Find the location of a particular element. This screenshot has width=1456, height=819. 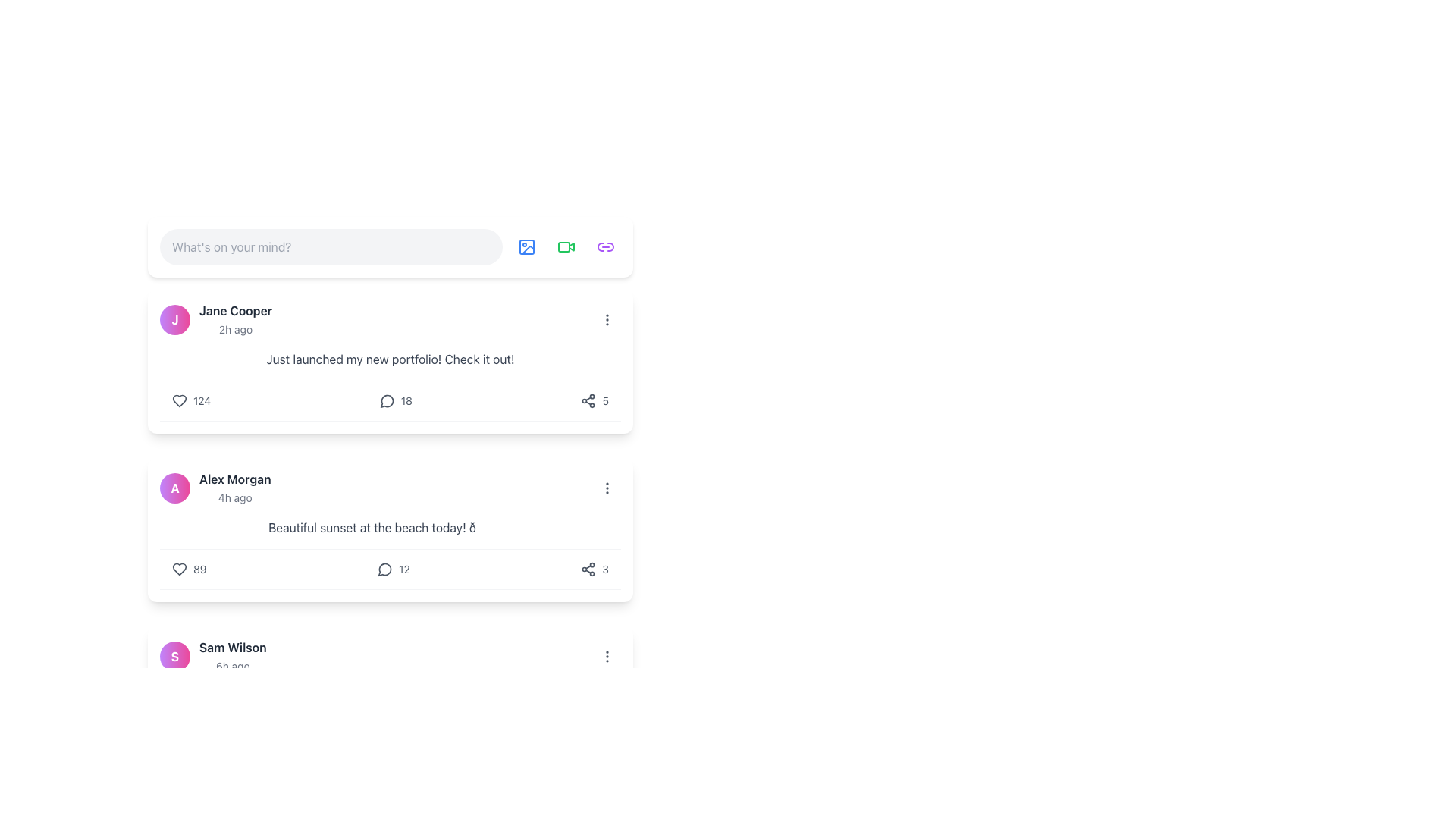

the circular, outlined speech bubble icon located to the left of the comment count under the post by Alex Morgan is located at coordinates (384, 570).